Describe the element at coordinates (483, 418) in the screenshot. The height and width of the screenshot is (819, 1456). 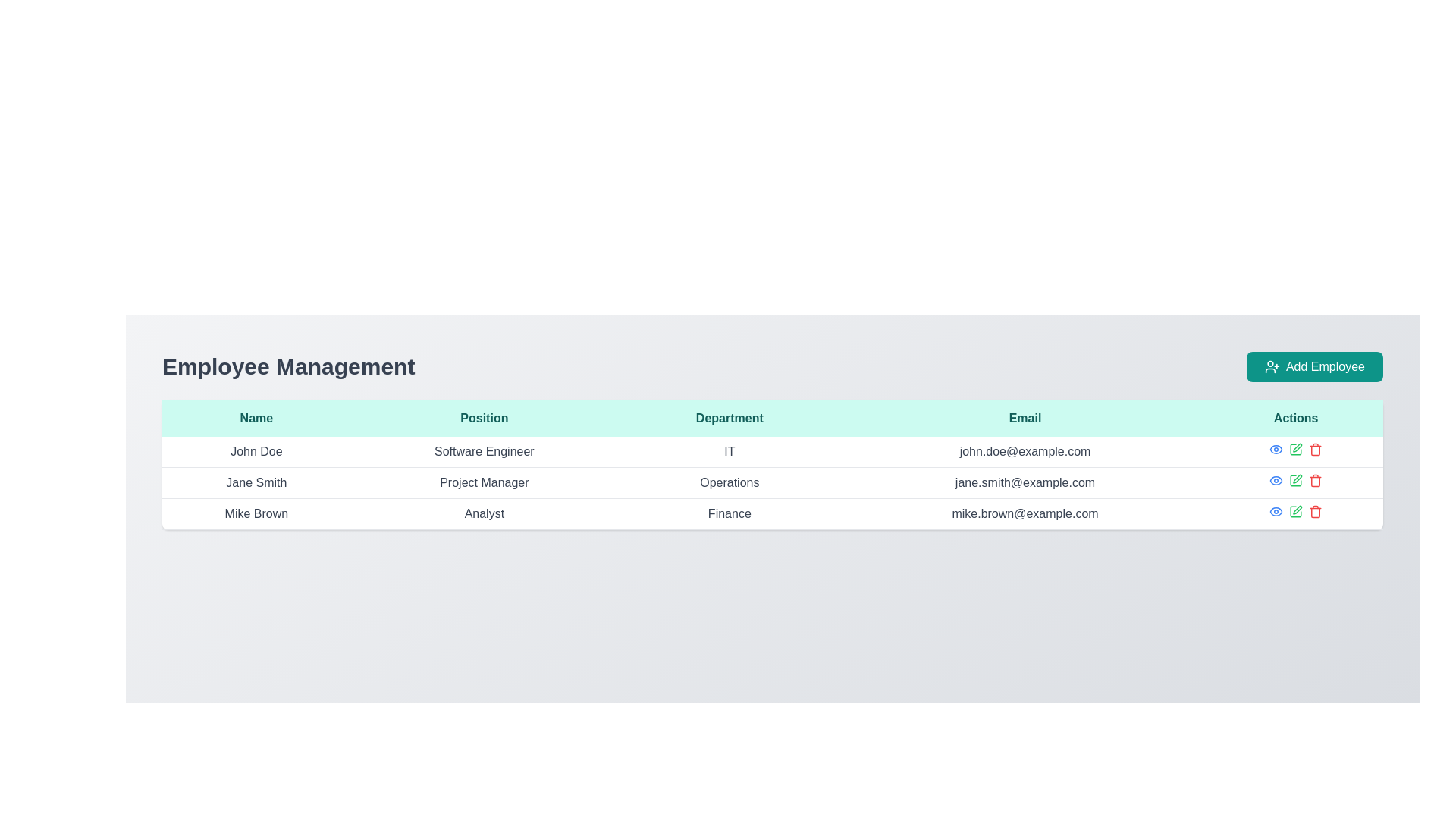
I see `the 'Position' column header text label in the table, which is located in the center of the header row, between 'Name' and 'Department'` at that location.